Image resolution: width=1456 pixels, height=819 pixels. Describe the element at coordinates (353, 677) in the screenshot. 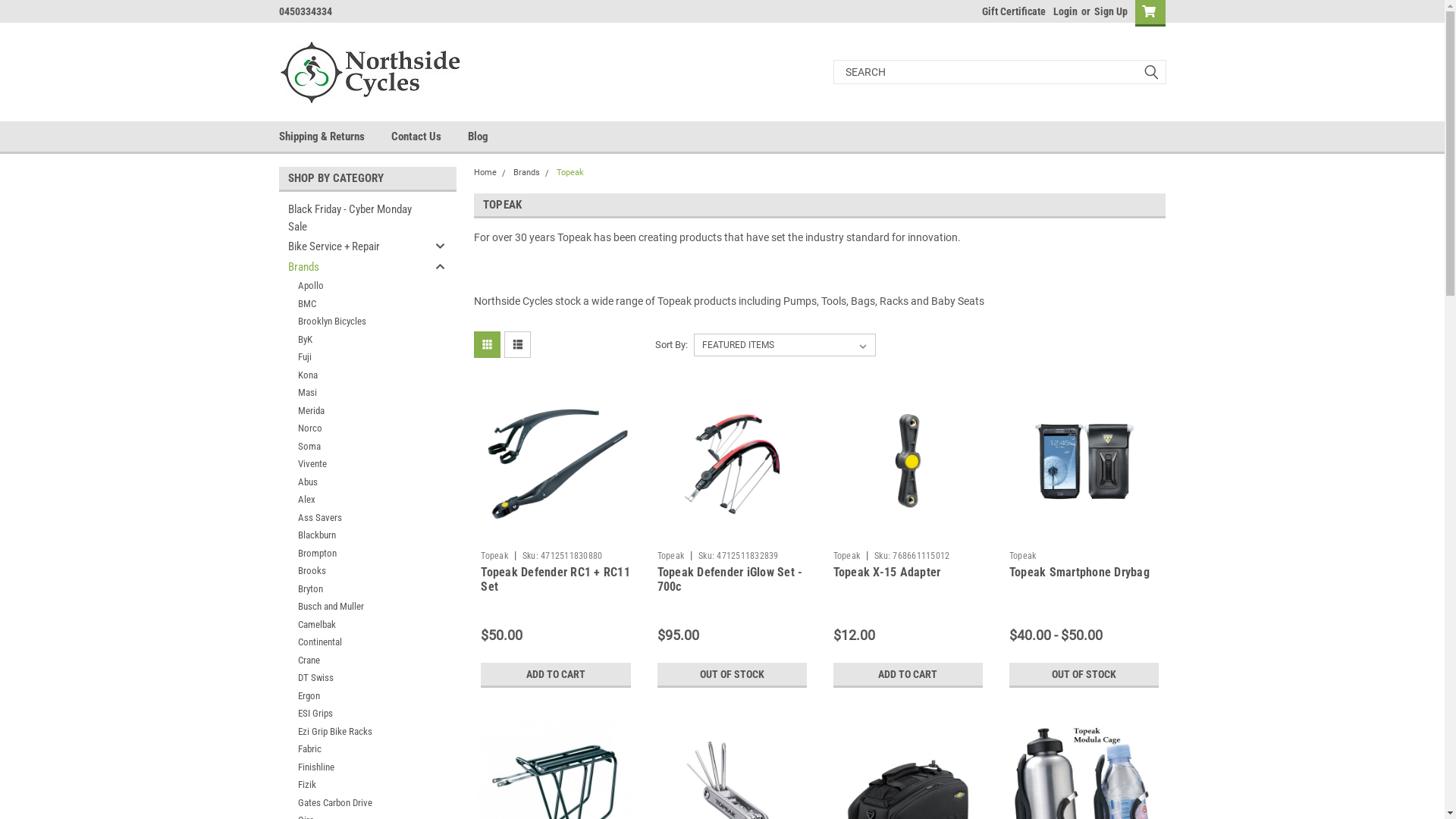

I see `'DT Swiss'` at that location.